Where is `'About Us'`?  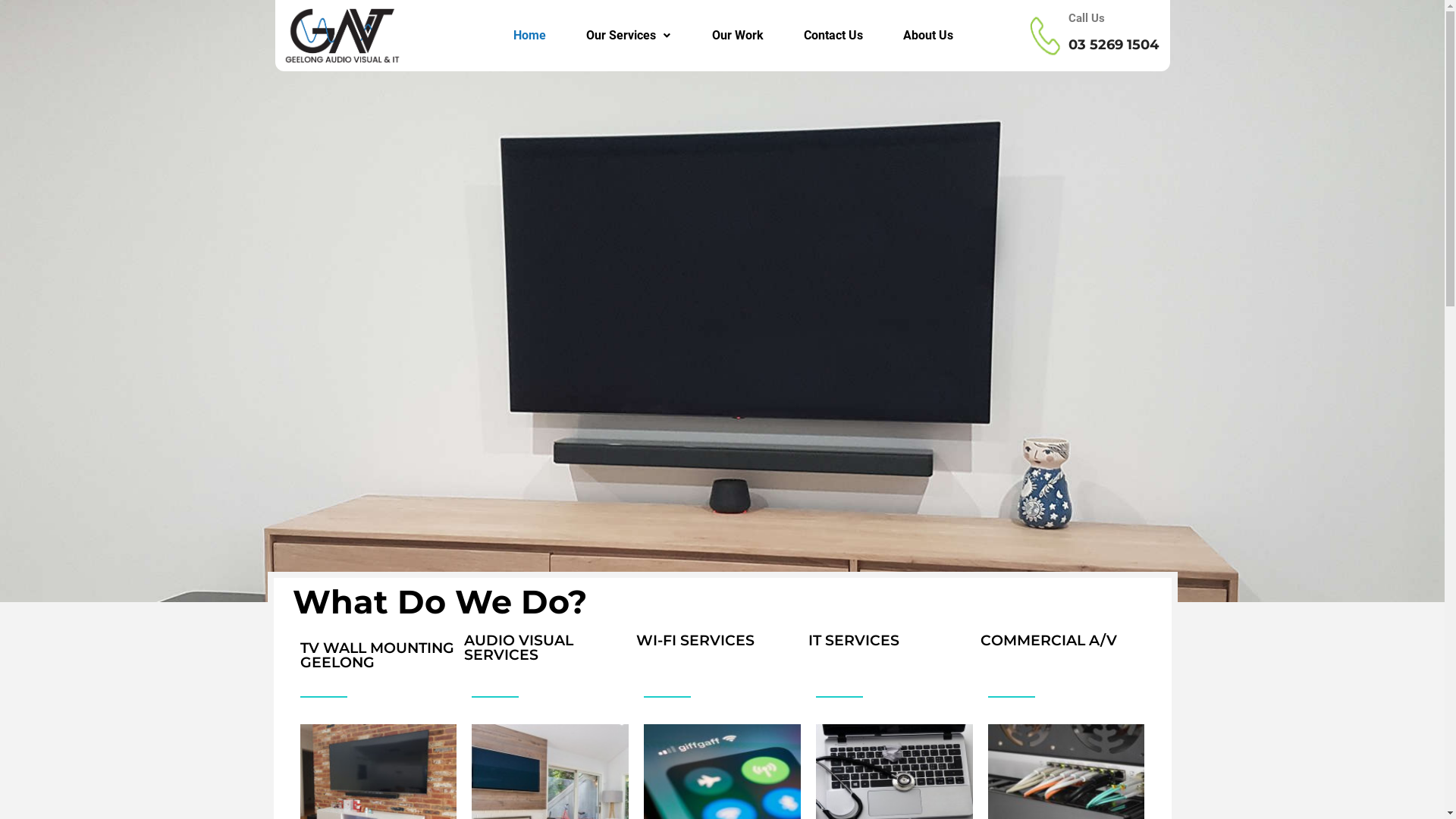
'About Us' is located at coordinates (927, 34).